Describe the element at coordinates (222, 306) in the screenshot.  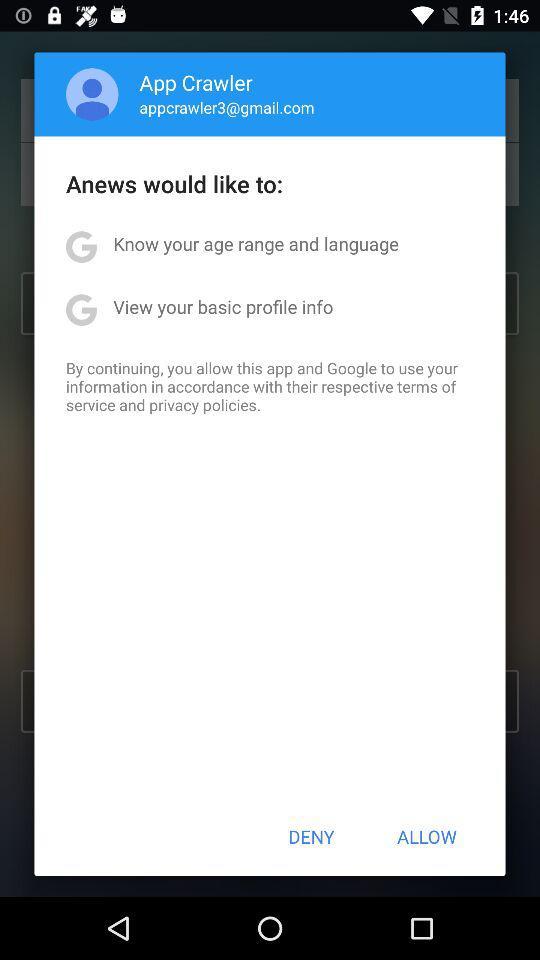
I see `the icon above by continuing you icon` at that location.